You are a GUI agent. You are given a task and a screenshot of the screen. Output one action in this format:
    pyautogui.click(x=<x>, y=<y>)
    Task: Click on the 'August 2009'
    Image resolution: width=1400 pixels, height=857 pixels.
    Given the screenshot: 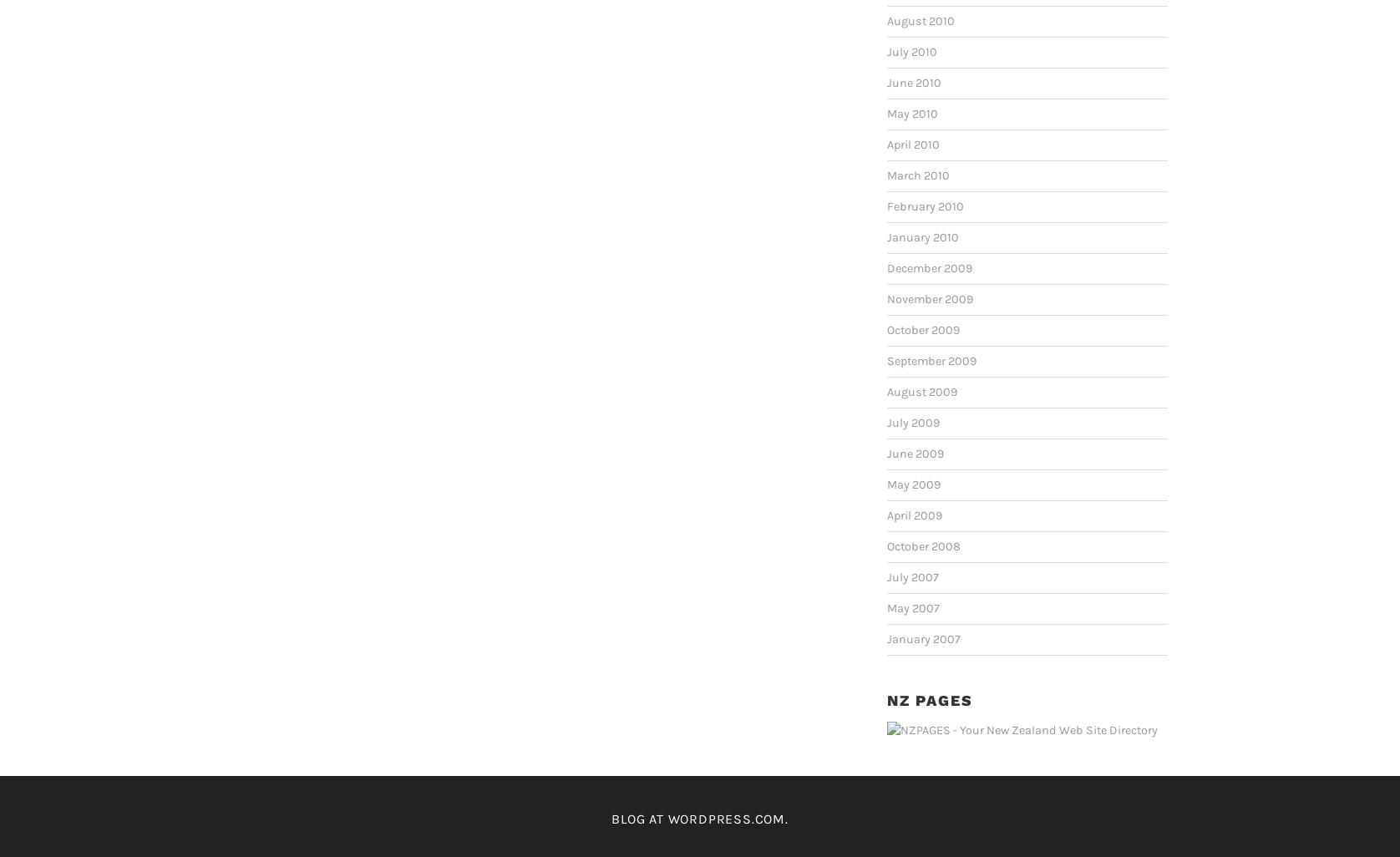 What is the action you would take?
    pyautogui.click(x=921, y=390)
    